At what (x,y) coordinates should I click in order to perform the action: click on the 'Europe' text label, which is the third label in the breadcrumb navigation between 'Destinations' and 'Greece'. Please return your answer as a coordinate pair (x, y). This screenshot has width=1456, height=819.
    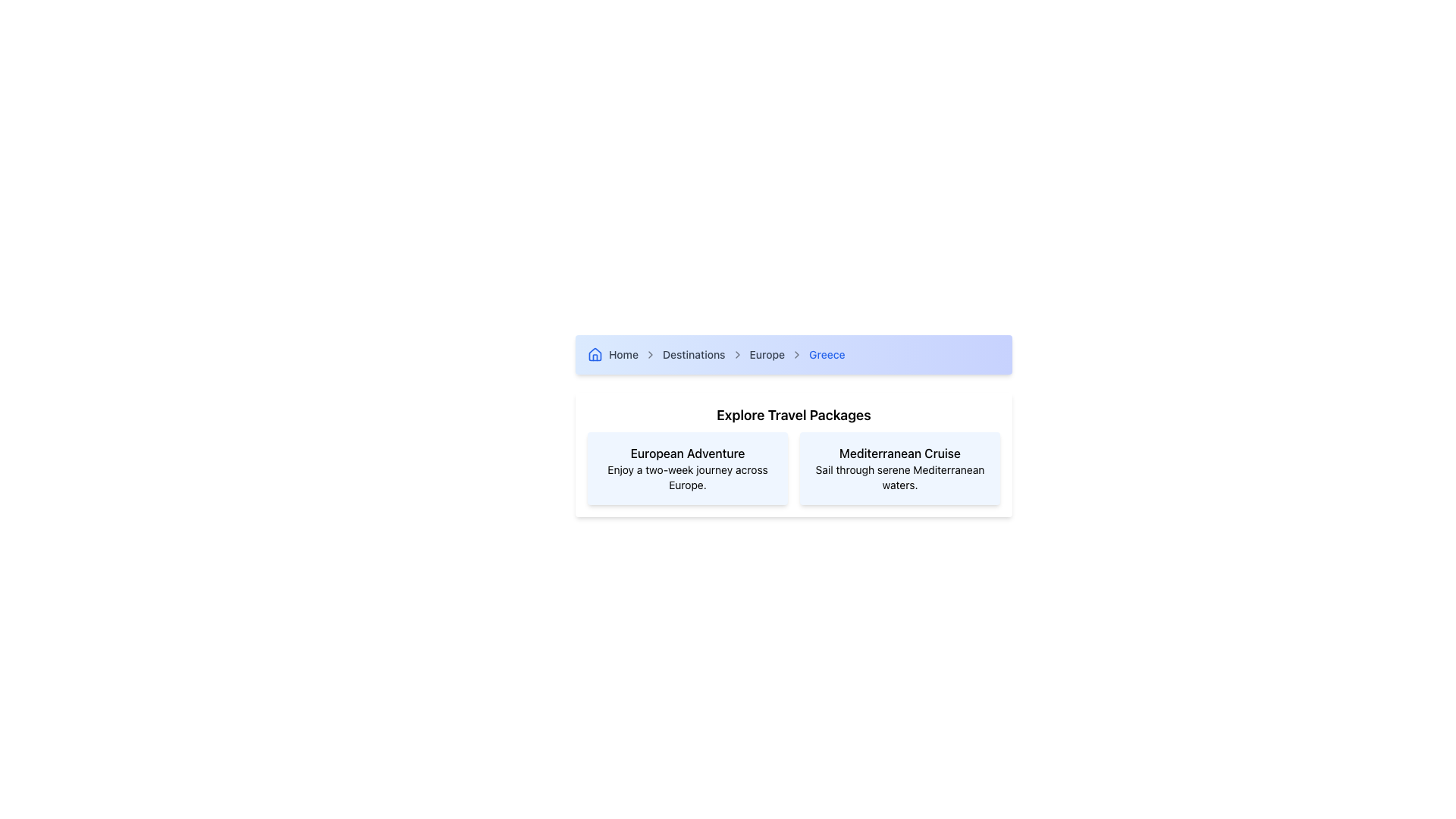
    Looking at the image, I should click on (767, 354).